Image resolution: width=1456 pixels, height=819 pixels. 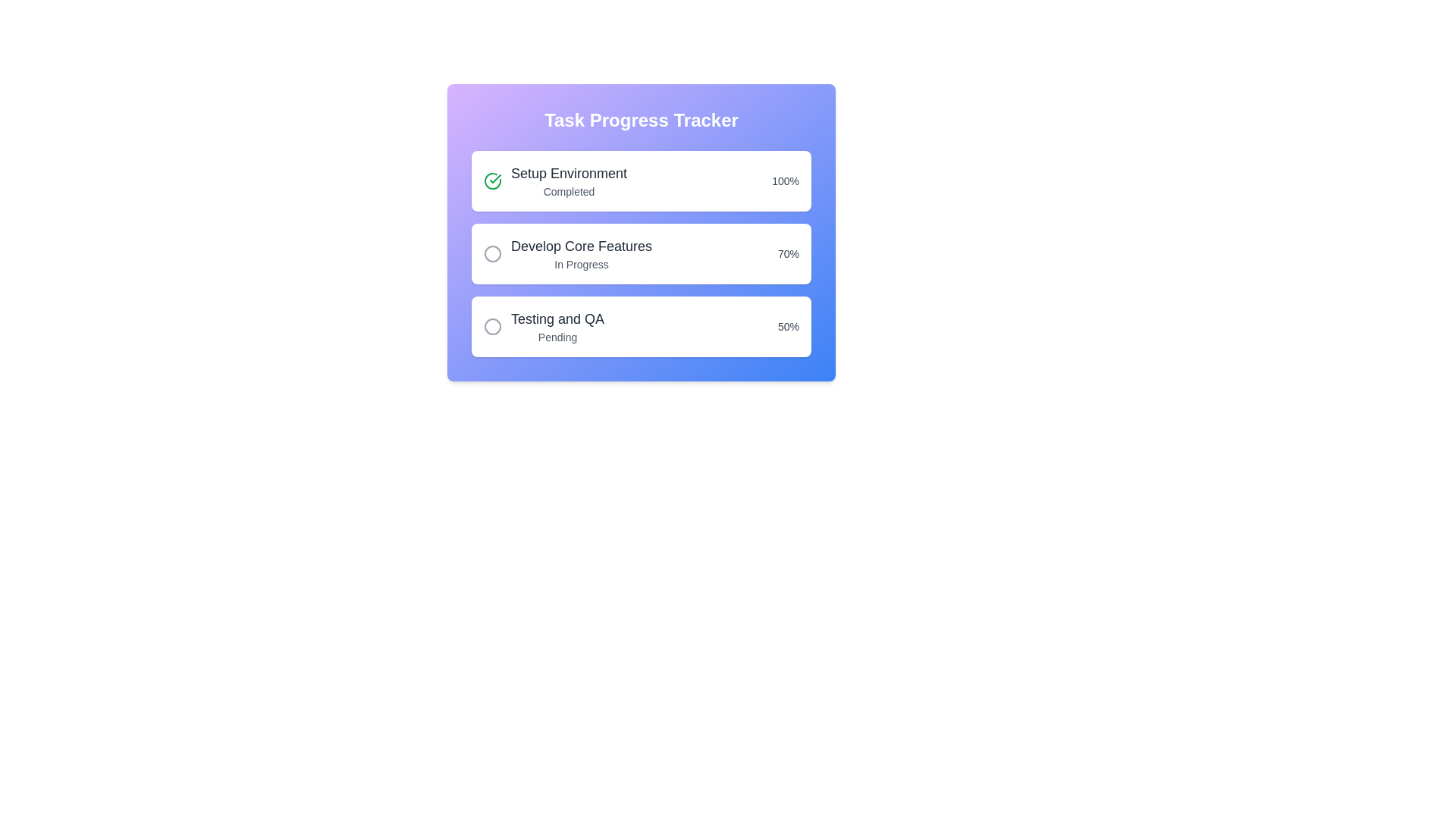 I want to click on the circular icon representing the pending status of the 'Testing and QA' task located at the bottom of the progress tracker card, so click(x=492, y=326).